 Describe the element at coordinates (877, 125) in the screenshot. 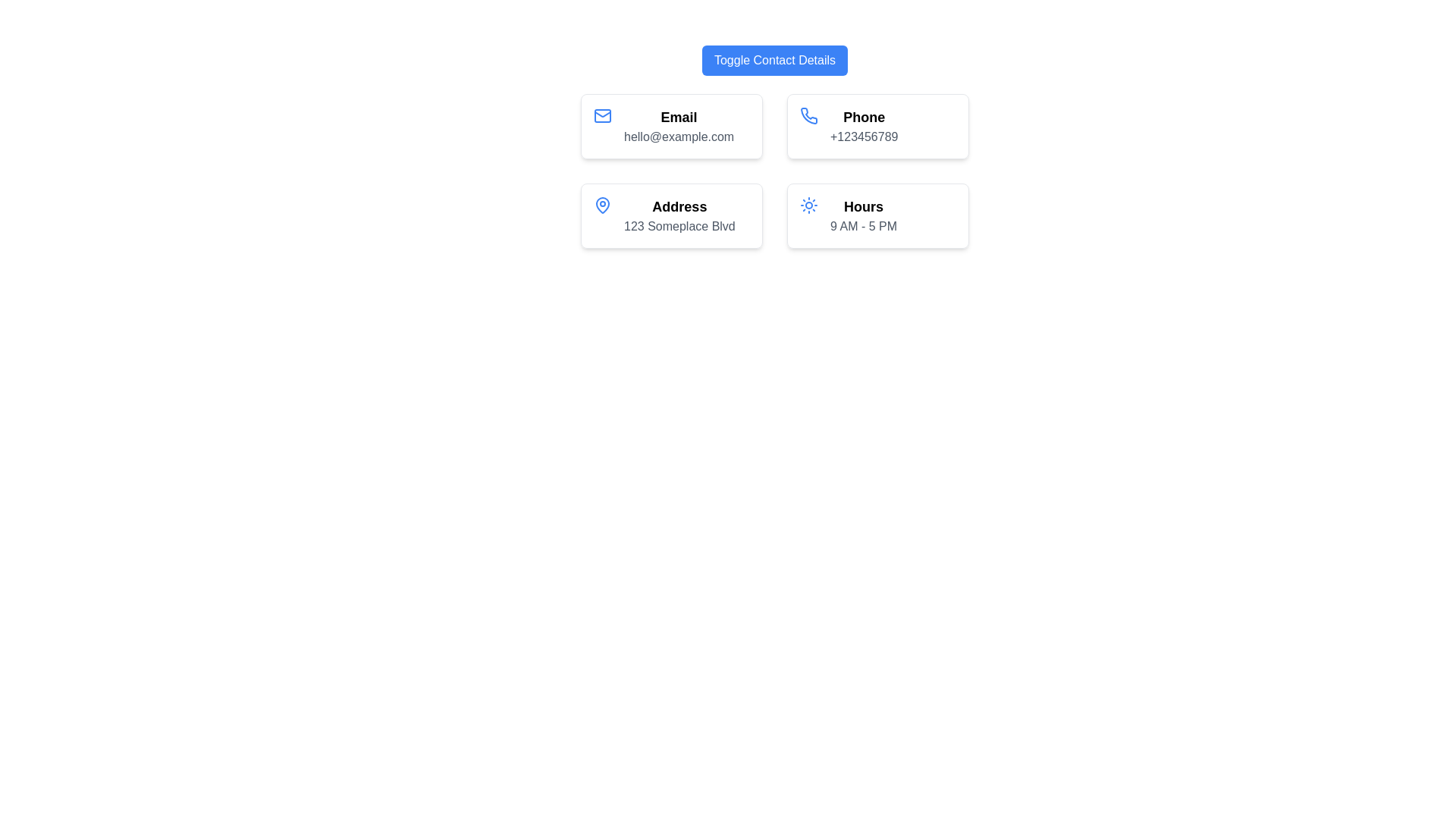

I see `phone number displayed in the informational panel, which contains a blue phone icon, the text 'Phone' in bold black, and the phone number '+123456789' in gray beneath it` at that location.